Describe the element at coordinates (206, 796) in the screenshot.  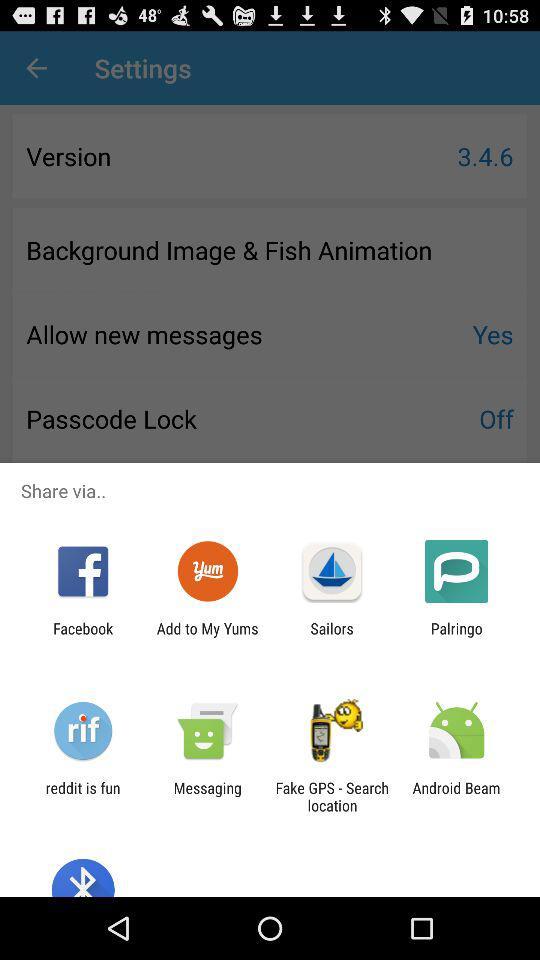
I see `the icon next to fake gps search app` at that location.